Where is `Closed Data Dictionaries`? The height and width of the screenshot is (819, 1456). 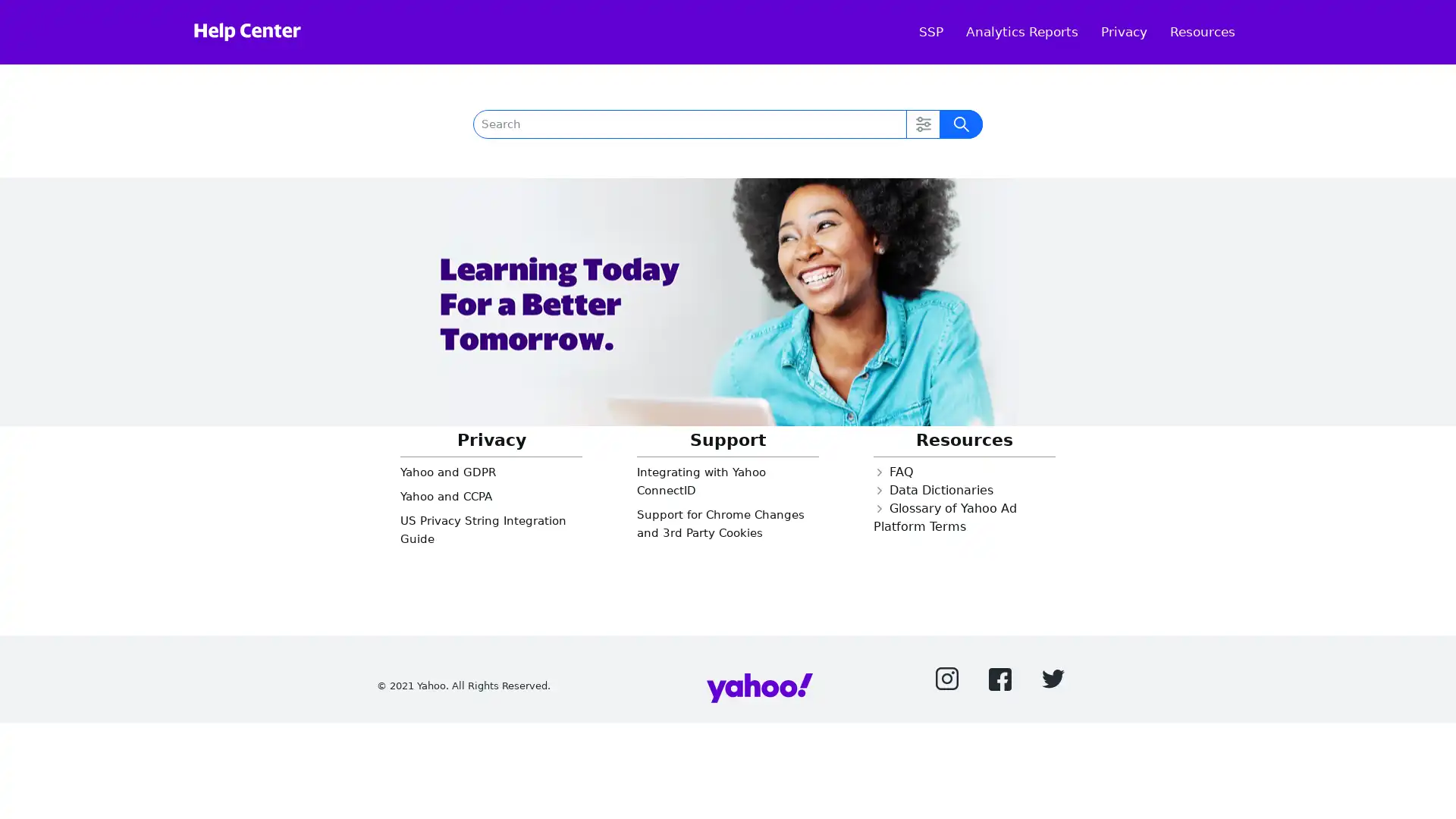
Closed Data Dictionaries is located at coordinates (932, 490).